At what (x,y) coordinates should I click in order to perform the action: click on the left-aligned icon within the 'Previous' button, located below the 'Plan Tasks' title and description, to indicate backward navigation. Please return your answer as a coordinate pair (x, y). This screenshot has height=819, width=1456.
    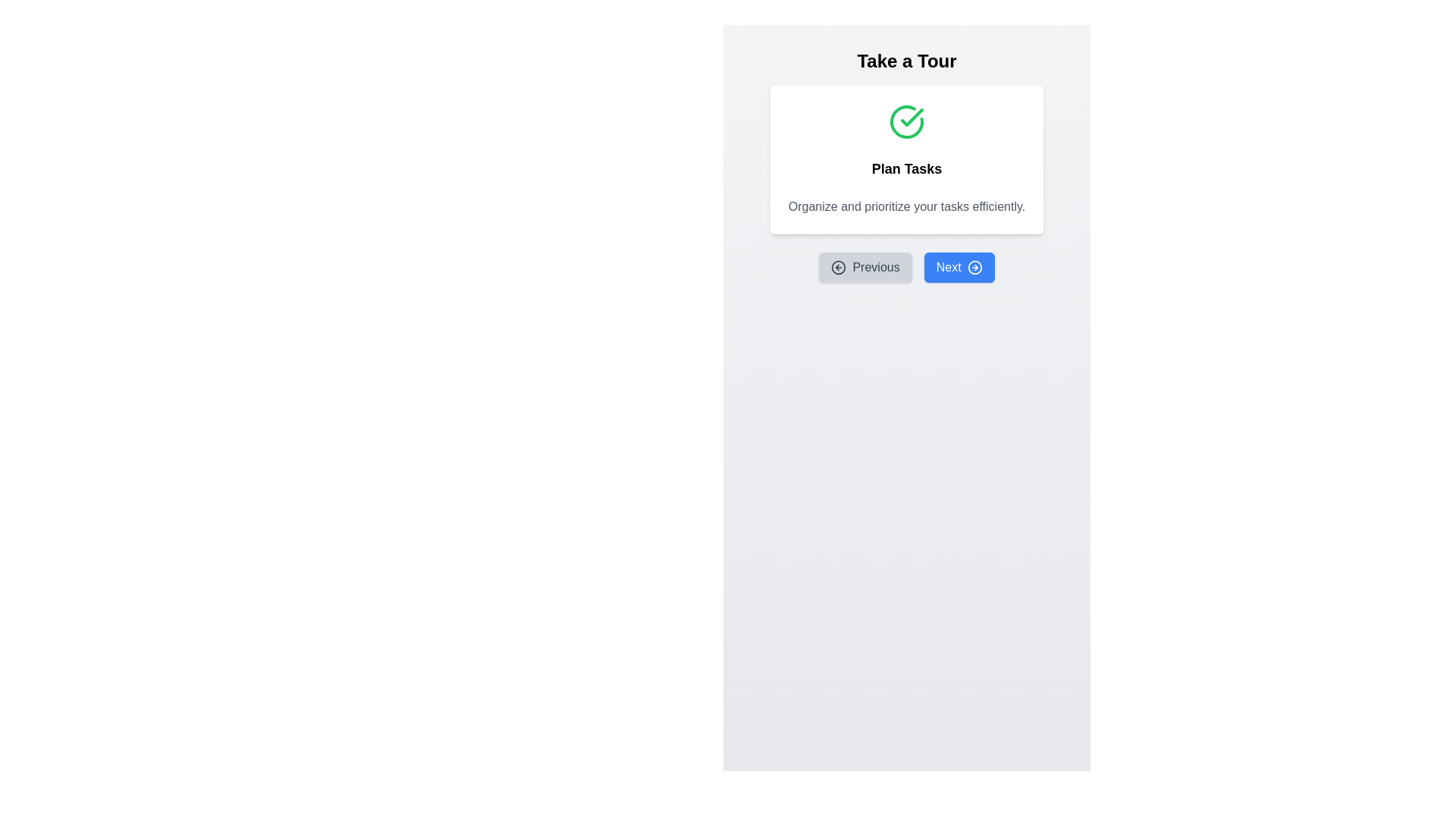
    Looking at the image, I should click on (838, 267).